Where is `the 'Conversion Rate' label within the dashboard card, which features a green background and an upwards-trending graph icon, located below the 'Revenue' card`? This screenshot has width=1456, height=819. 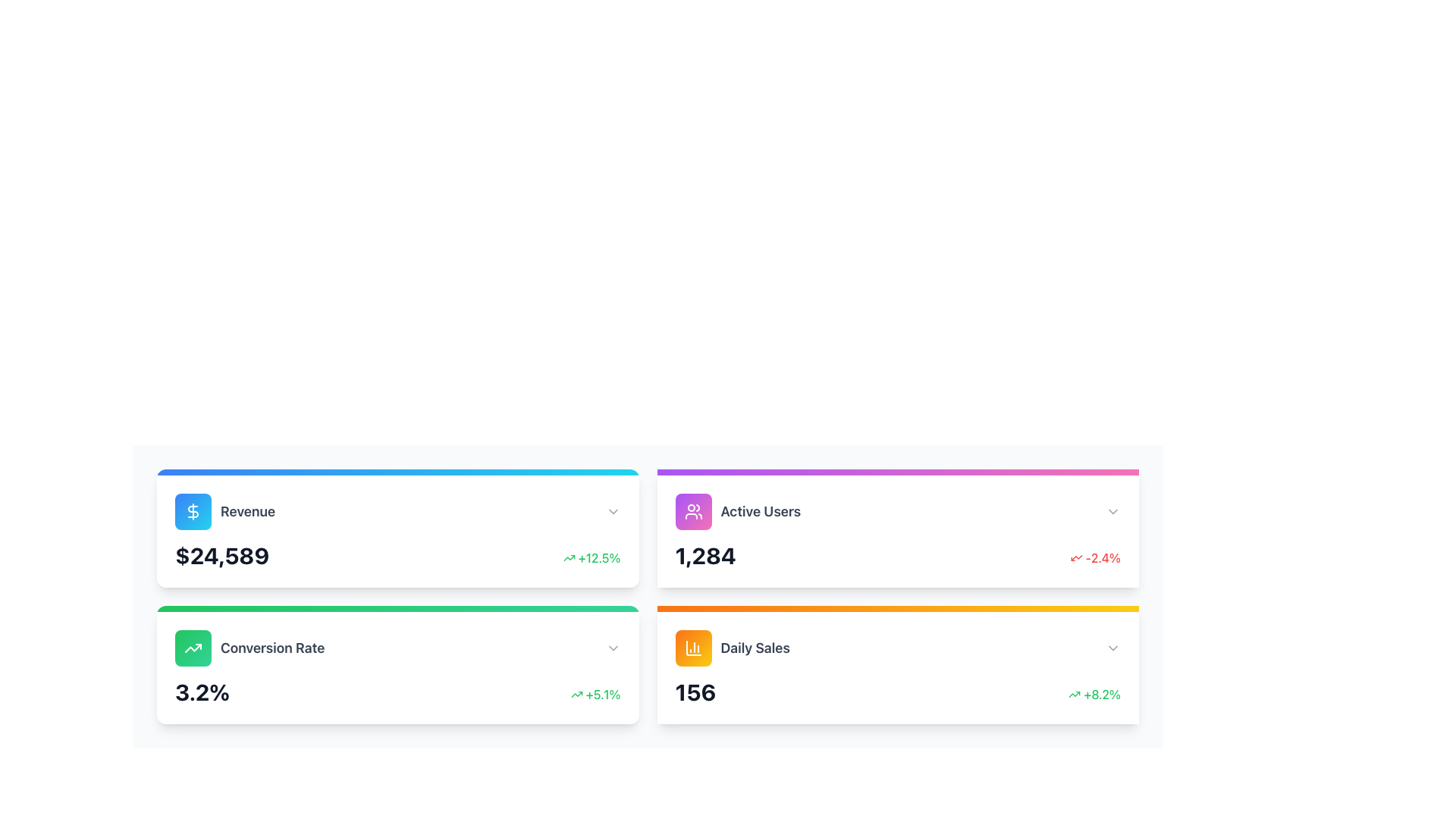 the 'Conversion Rate' label within the dashboard card, which features a green background and an upwards-trending graph icon, located below the 'Revenue' card is located at coordinates (249, 648).